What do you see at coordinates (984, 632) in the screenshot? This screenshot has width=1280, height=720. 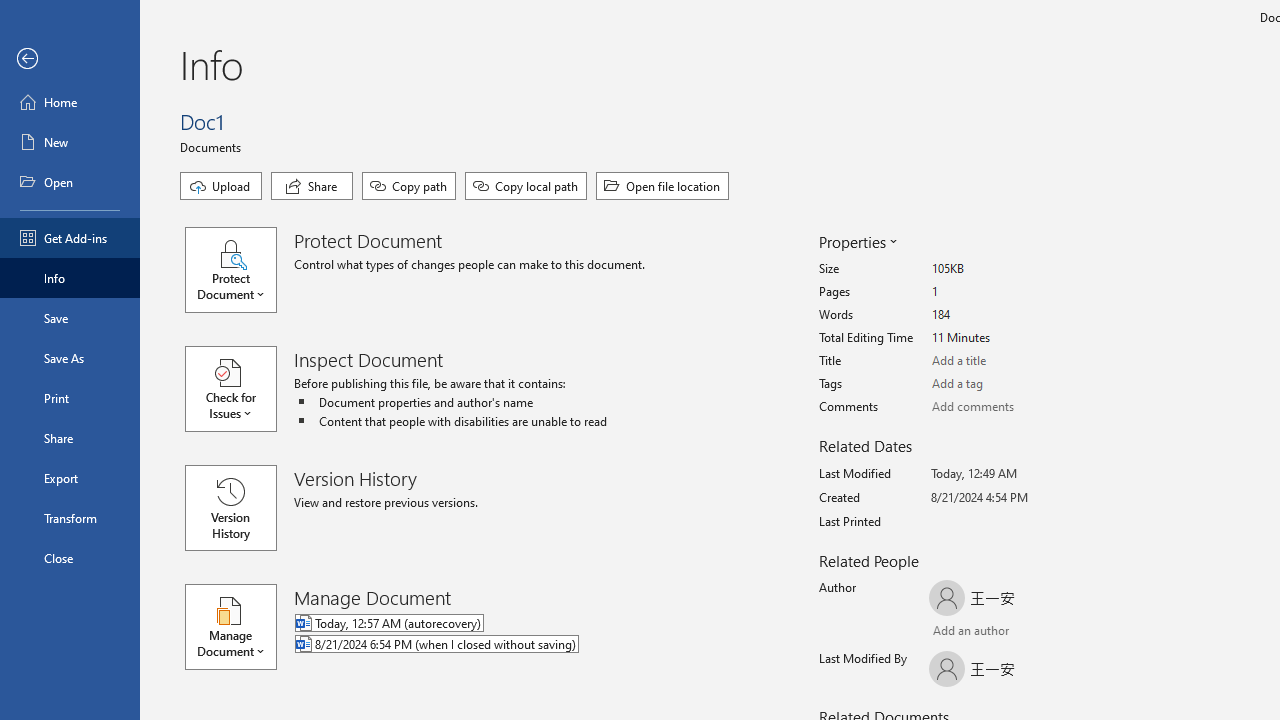 I see `'Verify Names'` at bounding box center [984, 632].